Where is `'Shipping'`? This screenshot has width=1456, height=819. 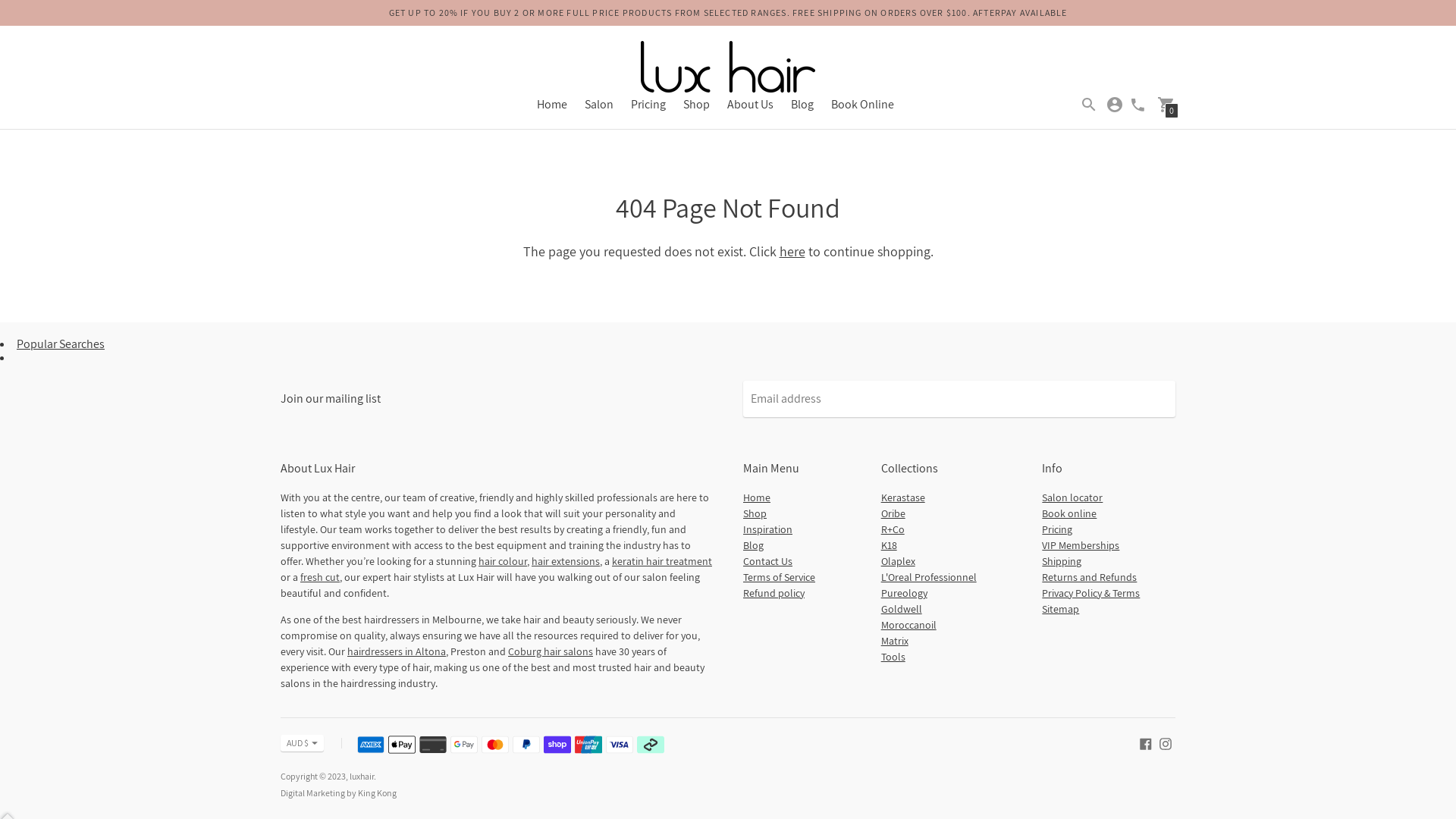
'Shipping' is located at coordinates (1061, 561).